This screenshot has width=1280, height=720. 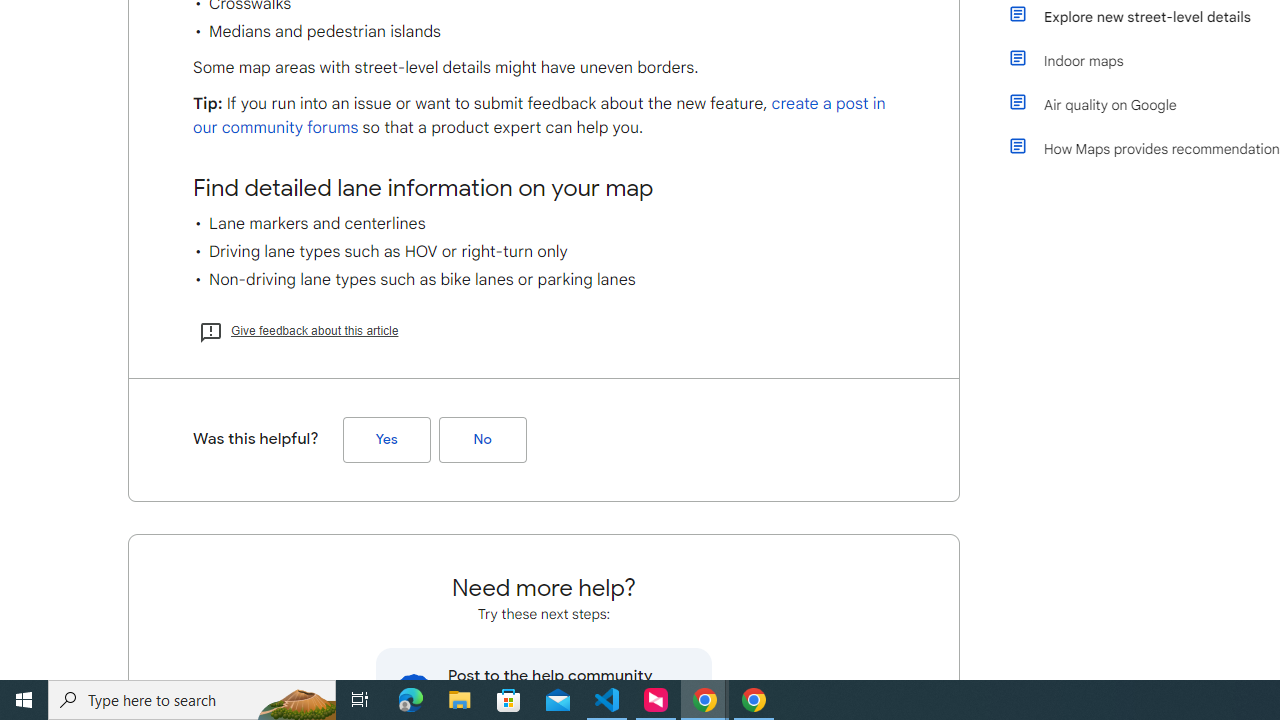 I want to click on 'No (Was this helpful?)', so click(x=482, y=438).